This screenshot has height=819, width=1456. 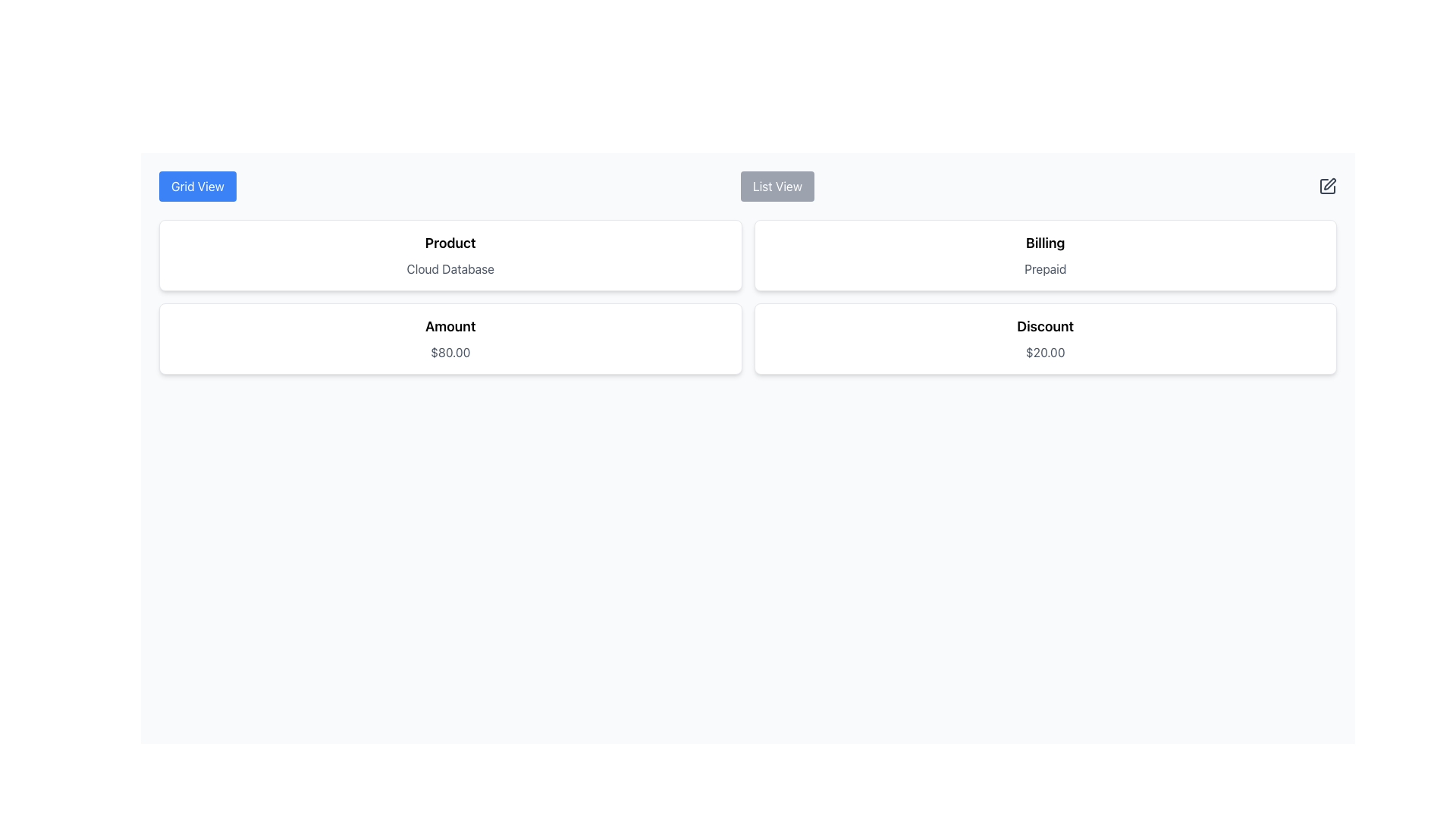 I want to click on the Content Display Box element labeled 'Billing' which contains the subtitle 'Prepaid', so click(x=1044, y=254).